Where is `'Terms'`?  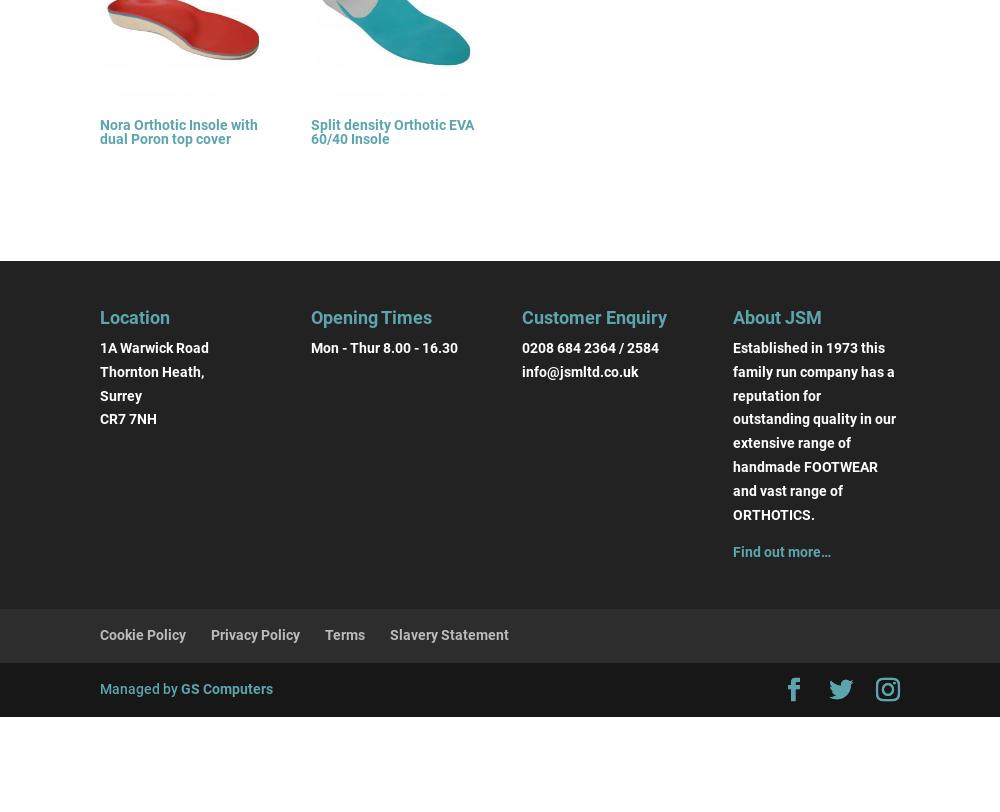
'Terms' is located at coordinates (344, 634).